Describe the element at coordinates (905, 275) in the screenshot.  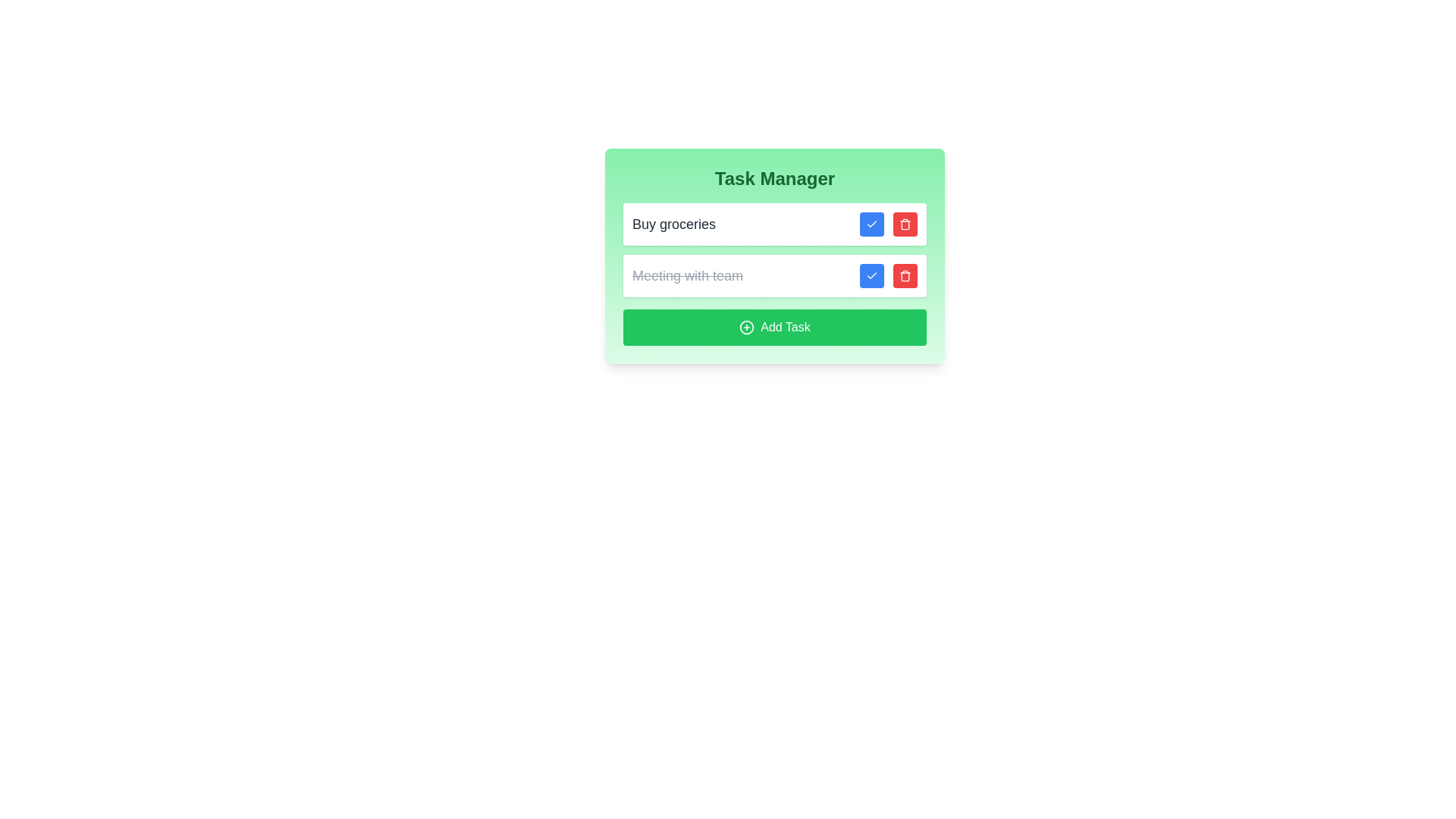
I see `the delete icon within the red button associated with the second task in the task list` at that location.